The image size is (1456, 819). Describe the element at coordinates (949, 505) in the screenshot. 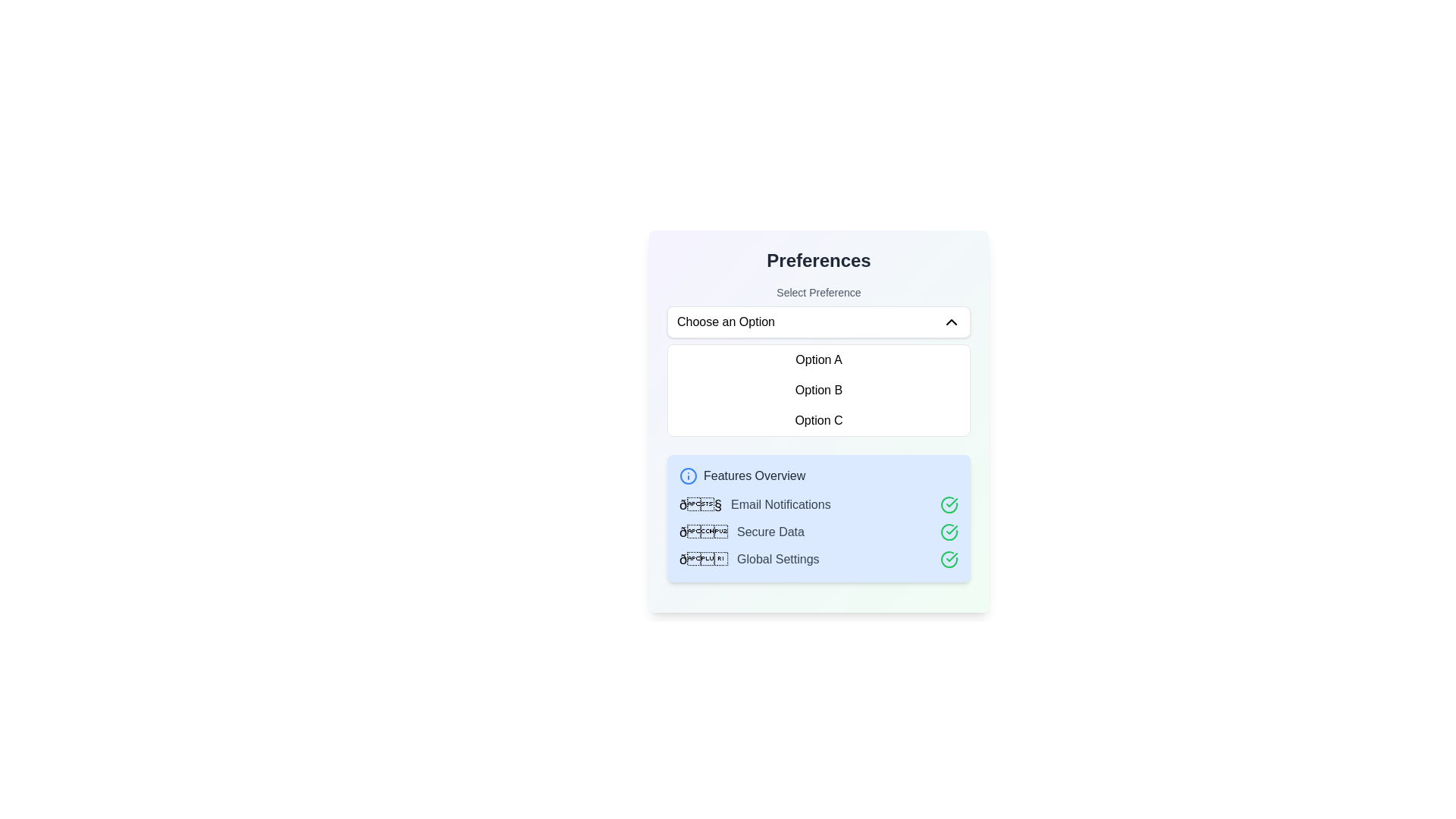

I see `the Email Notifications icon, which indicates that it is enabled or active, located in the Features Overview section to the right of the text 'Email Notifications'` at that location.